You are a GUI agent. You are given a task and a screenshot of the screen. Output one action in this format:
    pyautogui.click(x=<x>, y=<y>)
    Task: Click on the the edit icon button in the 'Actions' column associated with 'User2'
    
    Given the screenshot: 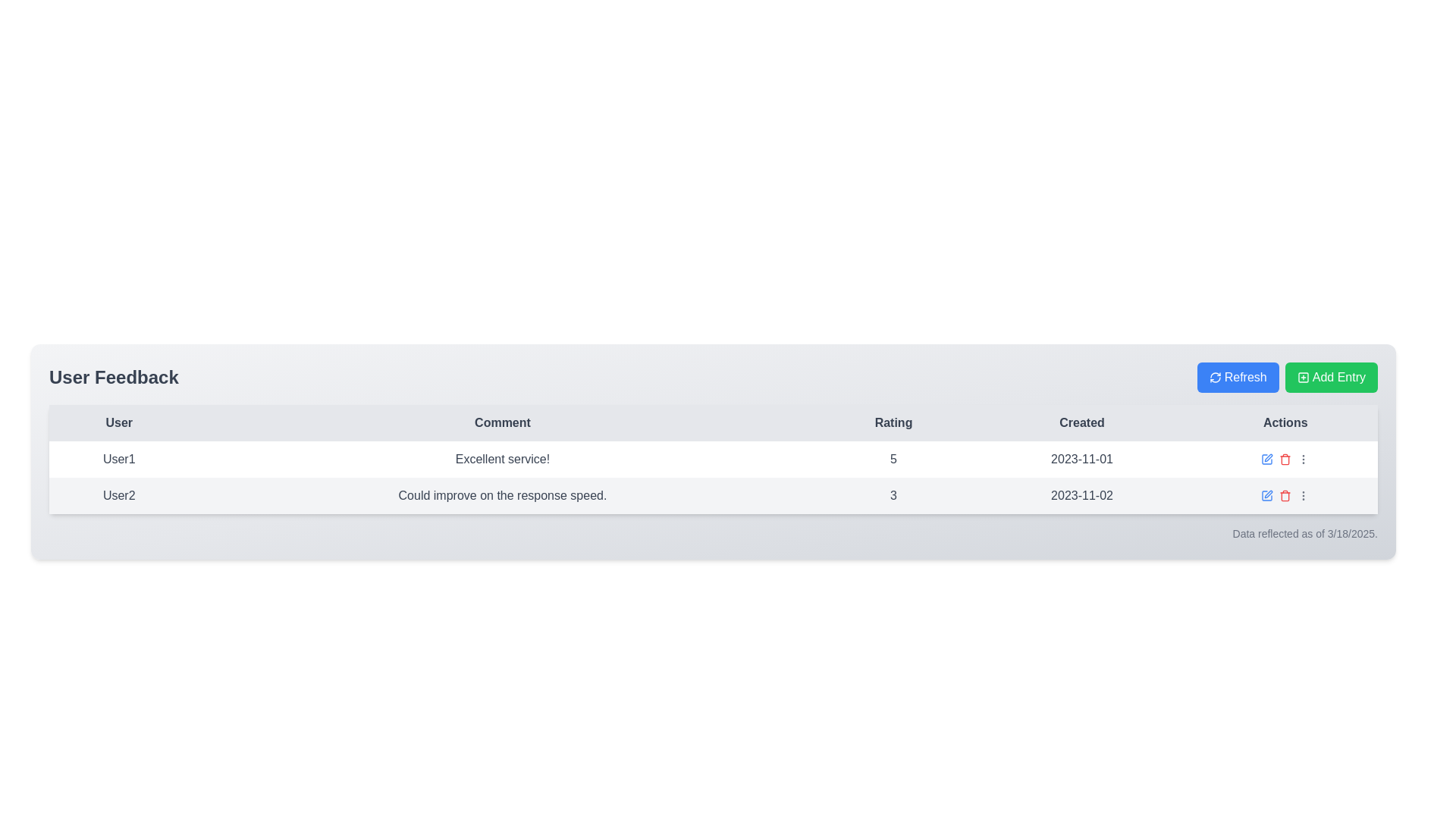 What is the action you would take?
    pyautogui.click(x=1269, y=494)
    